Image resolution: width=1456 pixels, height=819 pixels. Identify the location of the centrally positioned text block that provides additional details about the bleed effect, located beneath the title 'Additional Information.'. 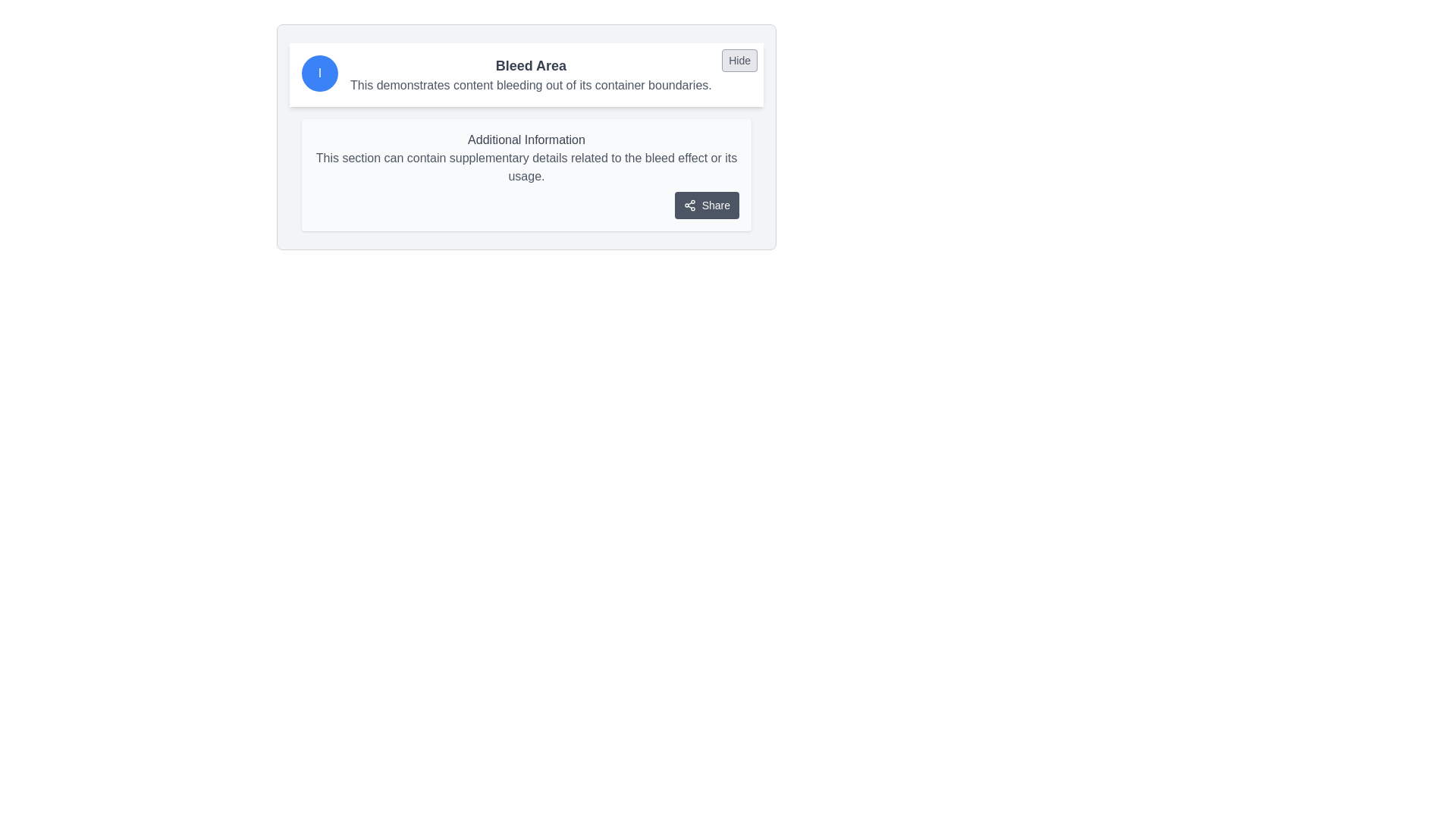
(526, 167).